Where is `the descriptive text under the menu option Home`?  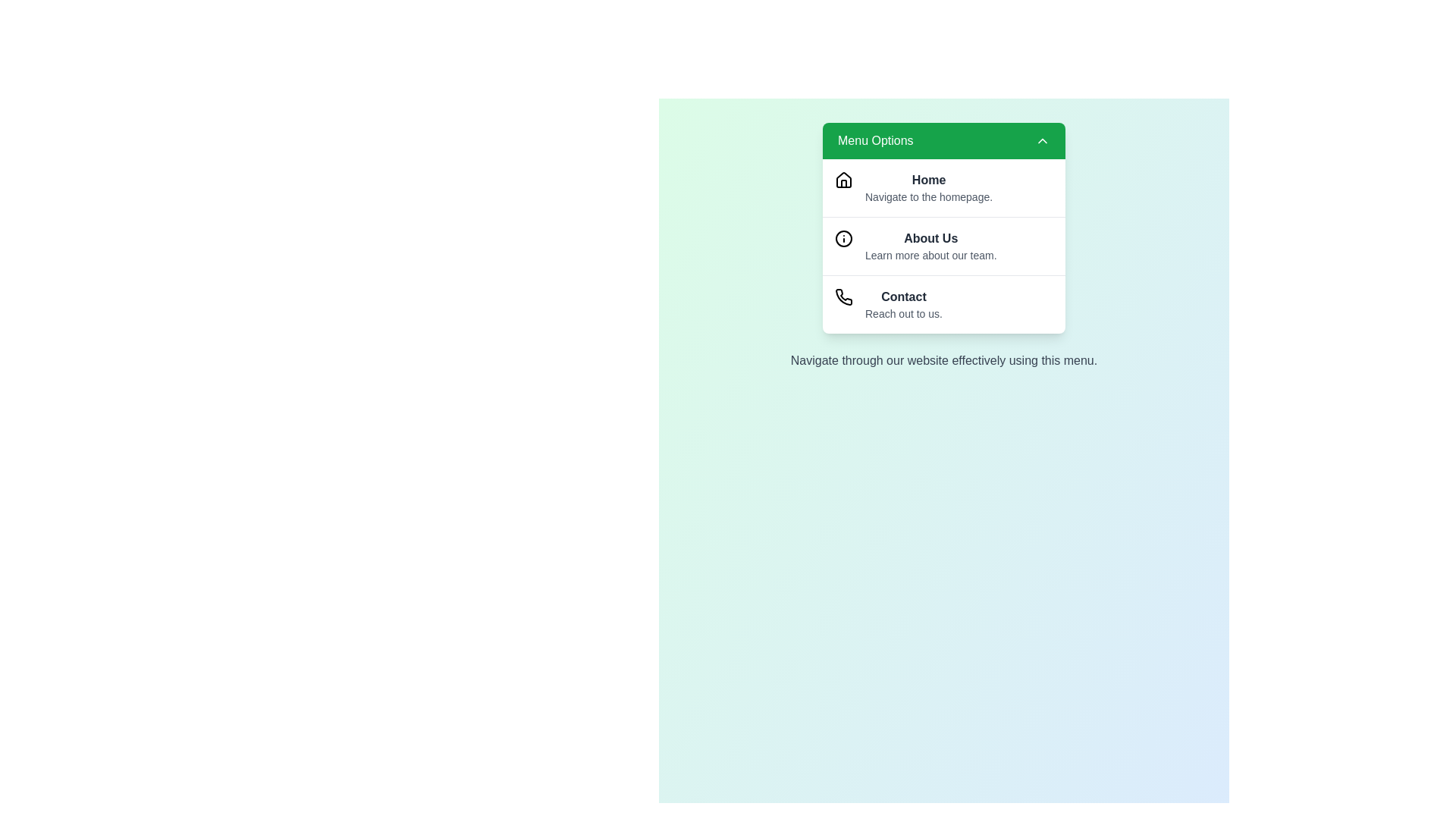 the descriptive text under the menu option Home is located at coordinates (928, 196).